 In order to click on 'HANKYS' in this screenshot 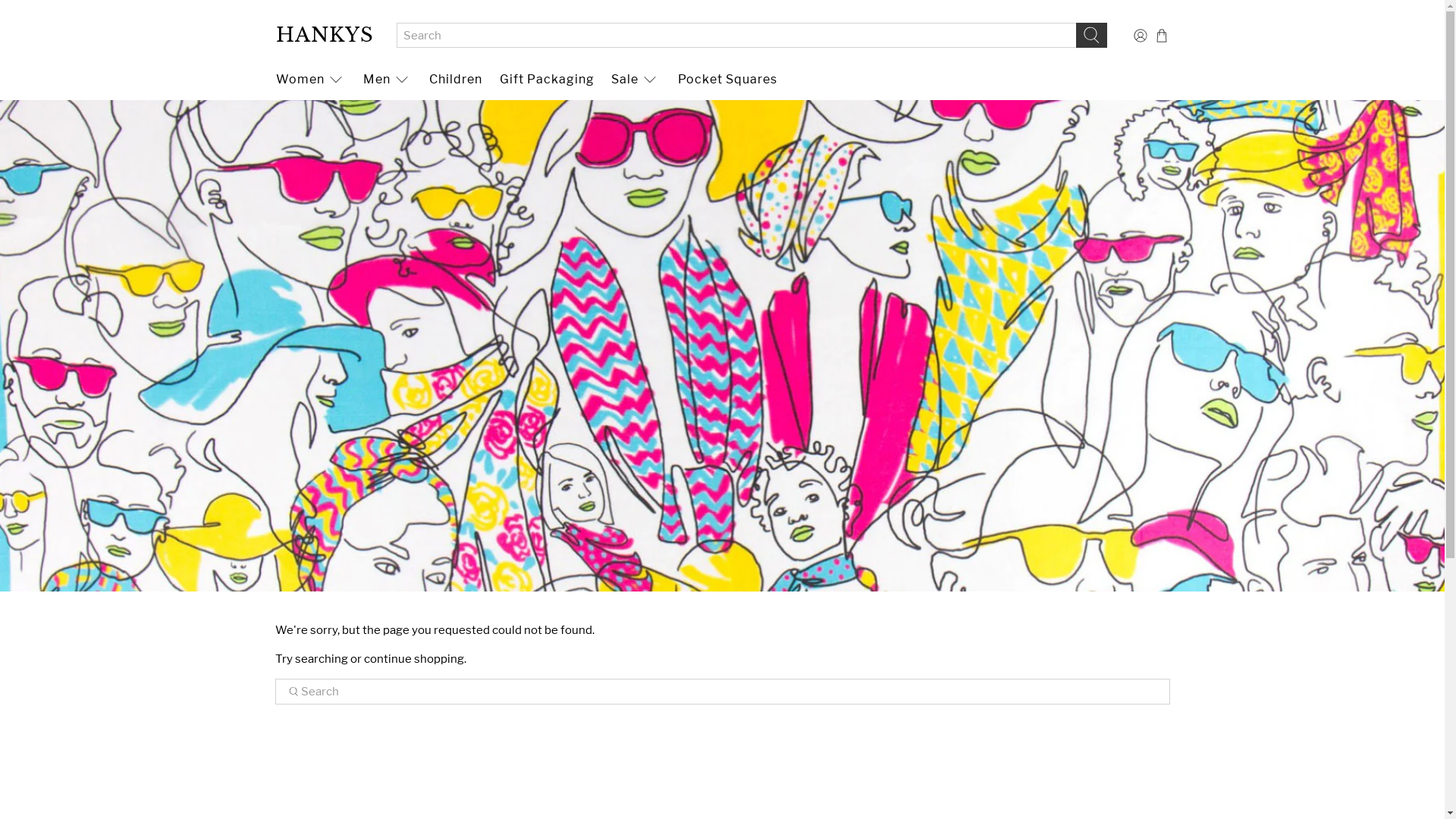, I will do `click(324, 34)`.